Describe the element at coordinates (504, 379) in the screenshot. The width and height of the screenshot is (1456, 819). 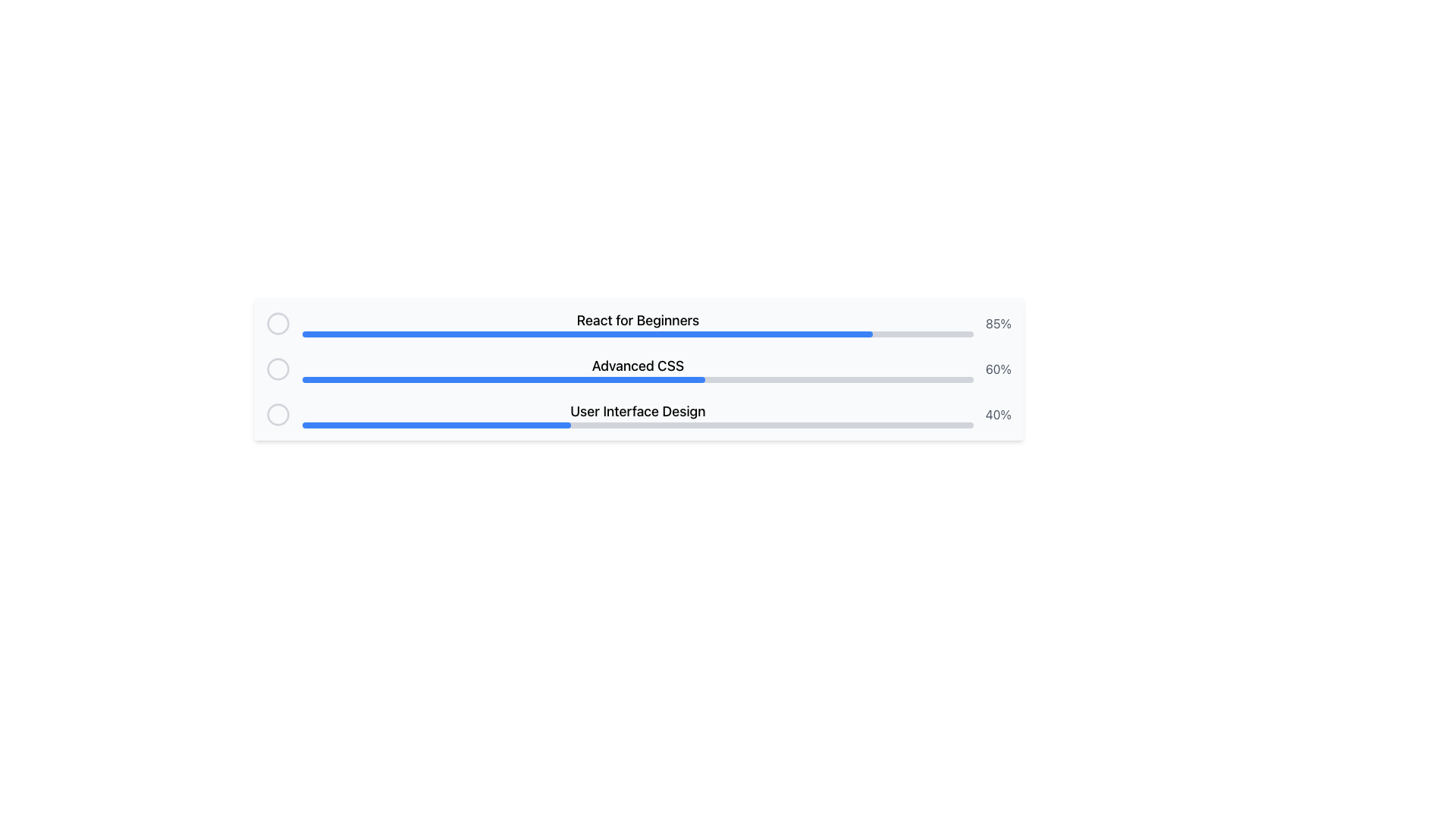
I see `the progress value of the blue progress bar, which represents 60% completion and is located below the 'Advanced CSS' label` at that location.